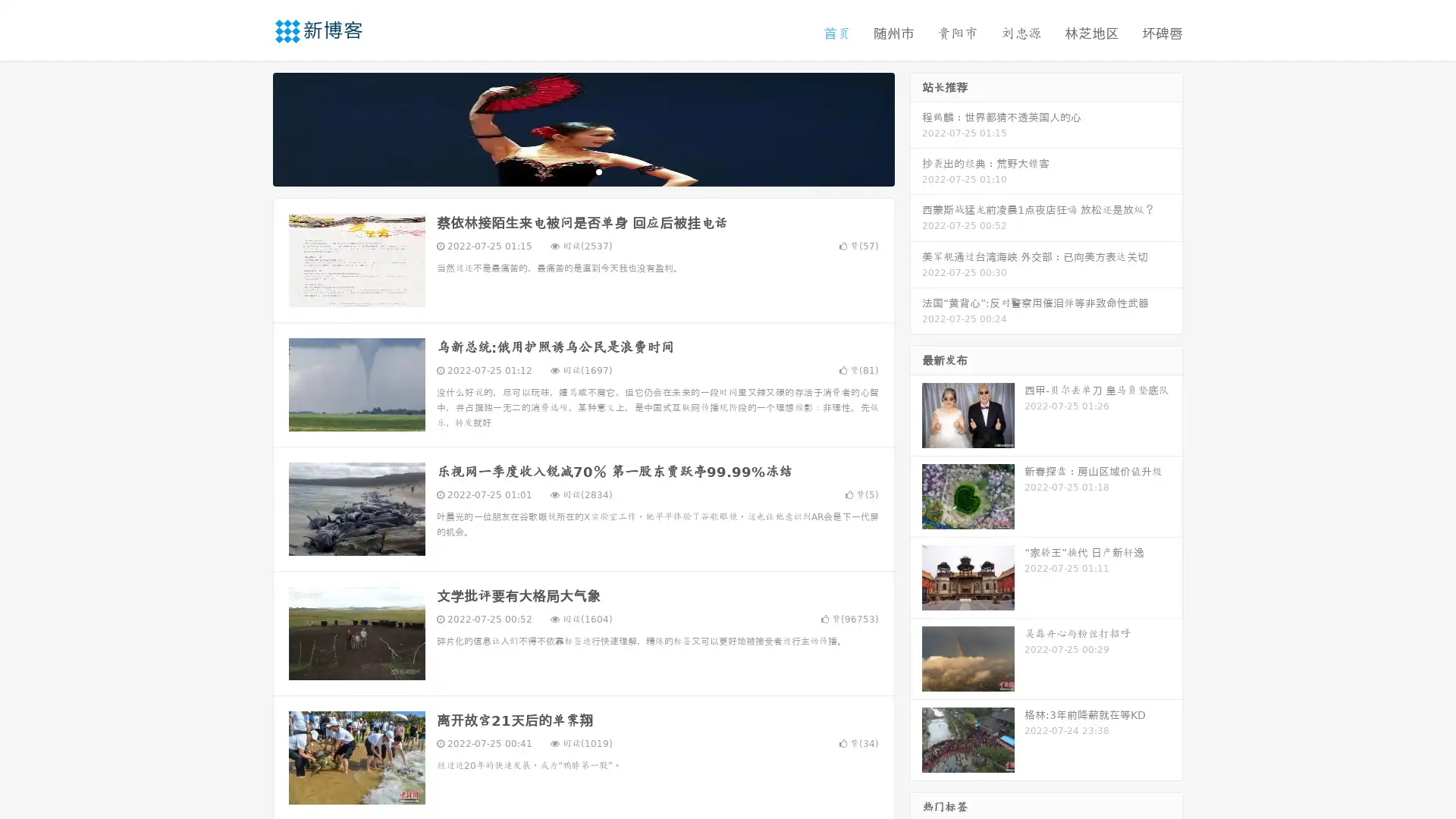 This screenshot has width=1456, height=819. What do you see at coordinates (598, 171) in the screenshot?
I see `Go to slide 3` at bounding box center [598, 171].